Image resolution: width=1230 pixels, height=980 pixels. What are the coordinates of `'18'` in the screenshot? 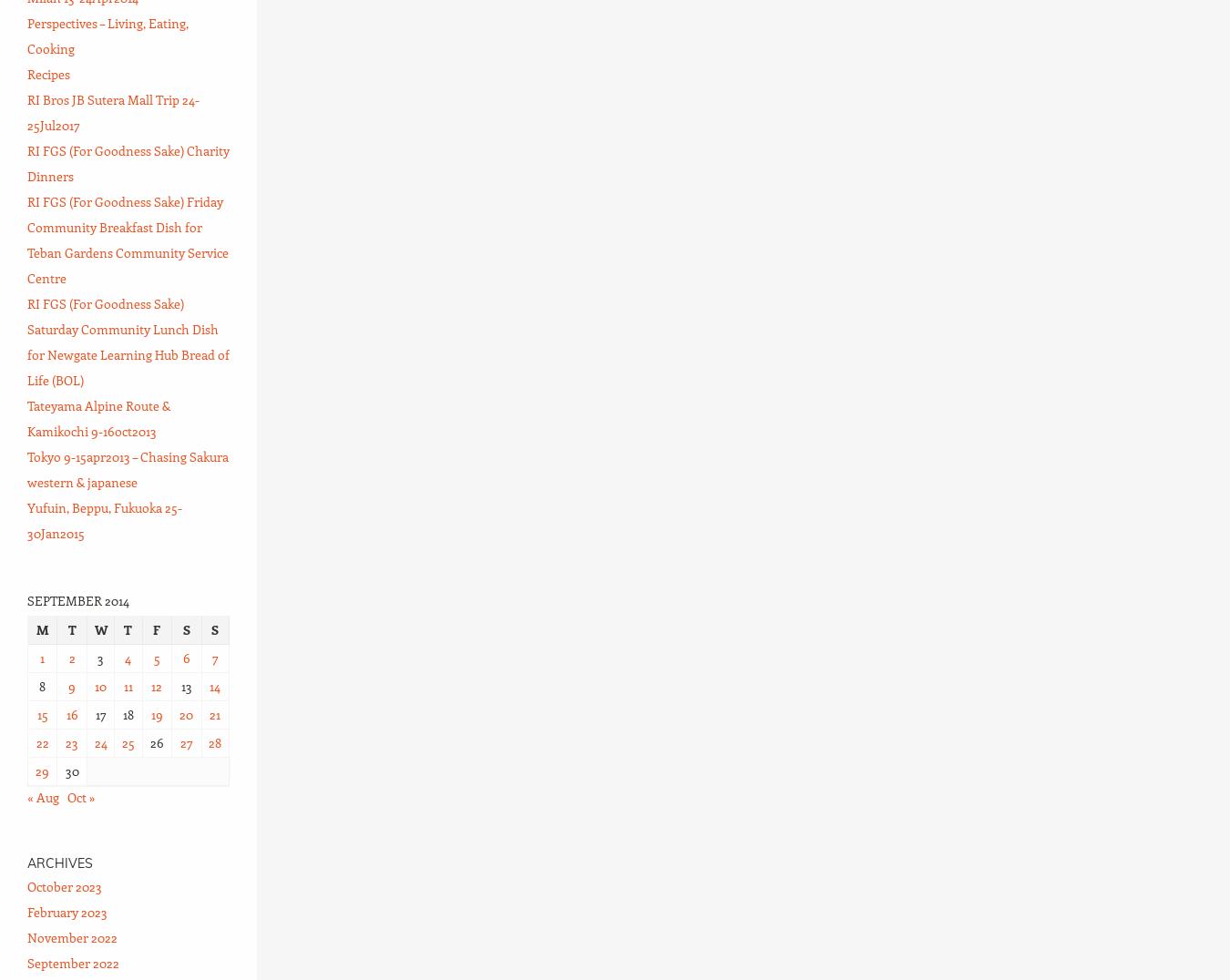 It's located at (127, 713).